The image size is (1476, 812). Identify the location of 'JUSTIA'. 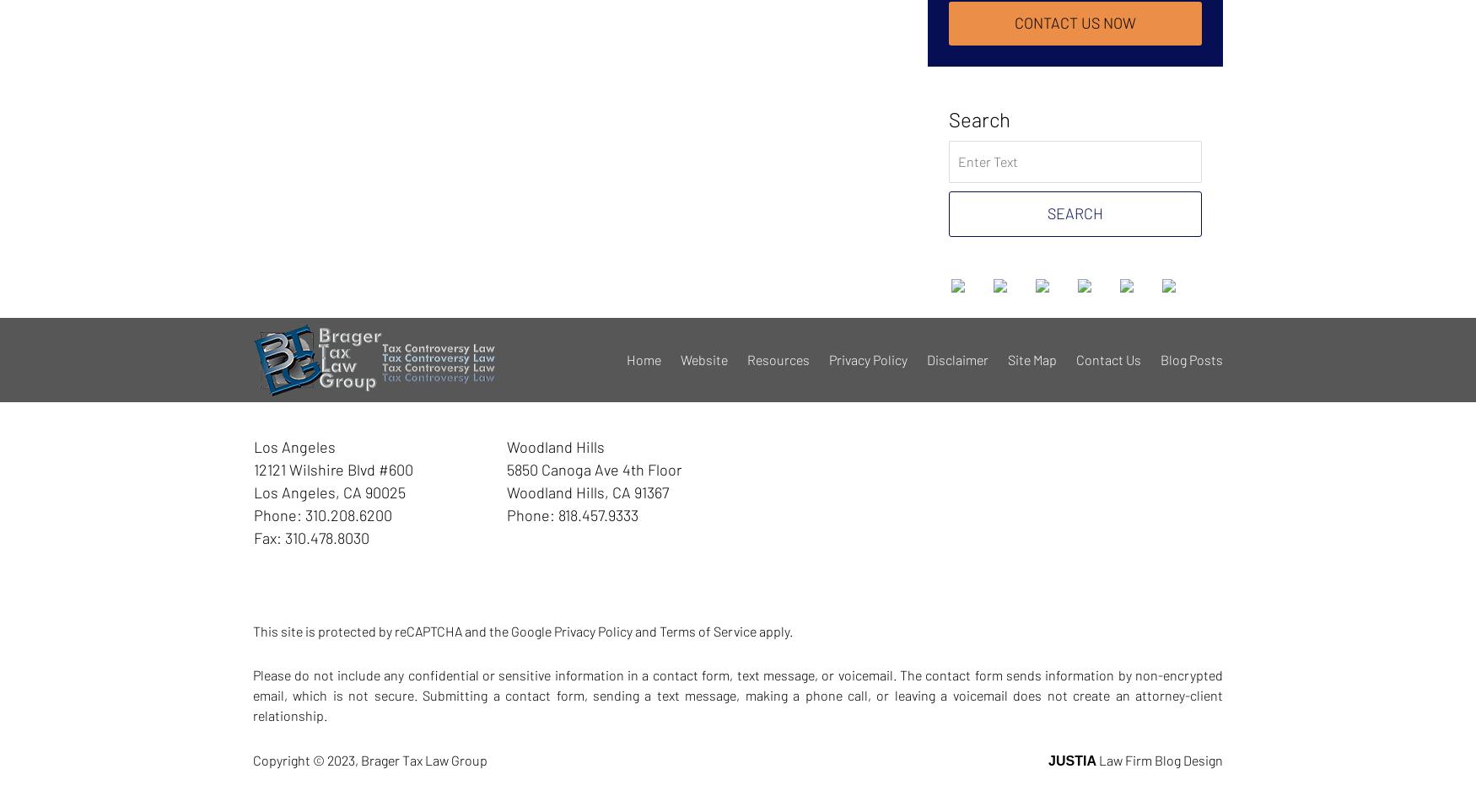
(1071, 760).